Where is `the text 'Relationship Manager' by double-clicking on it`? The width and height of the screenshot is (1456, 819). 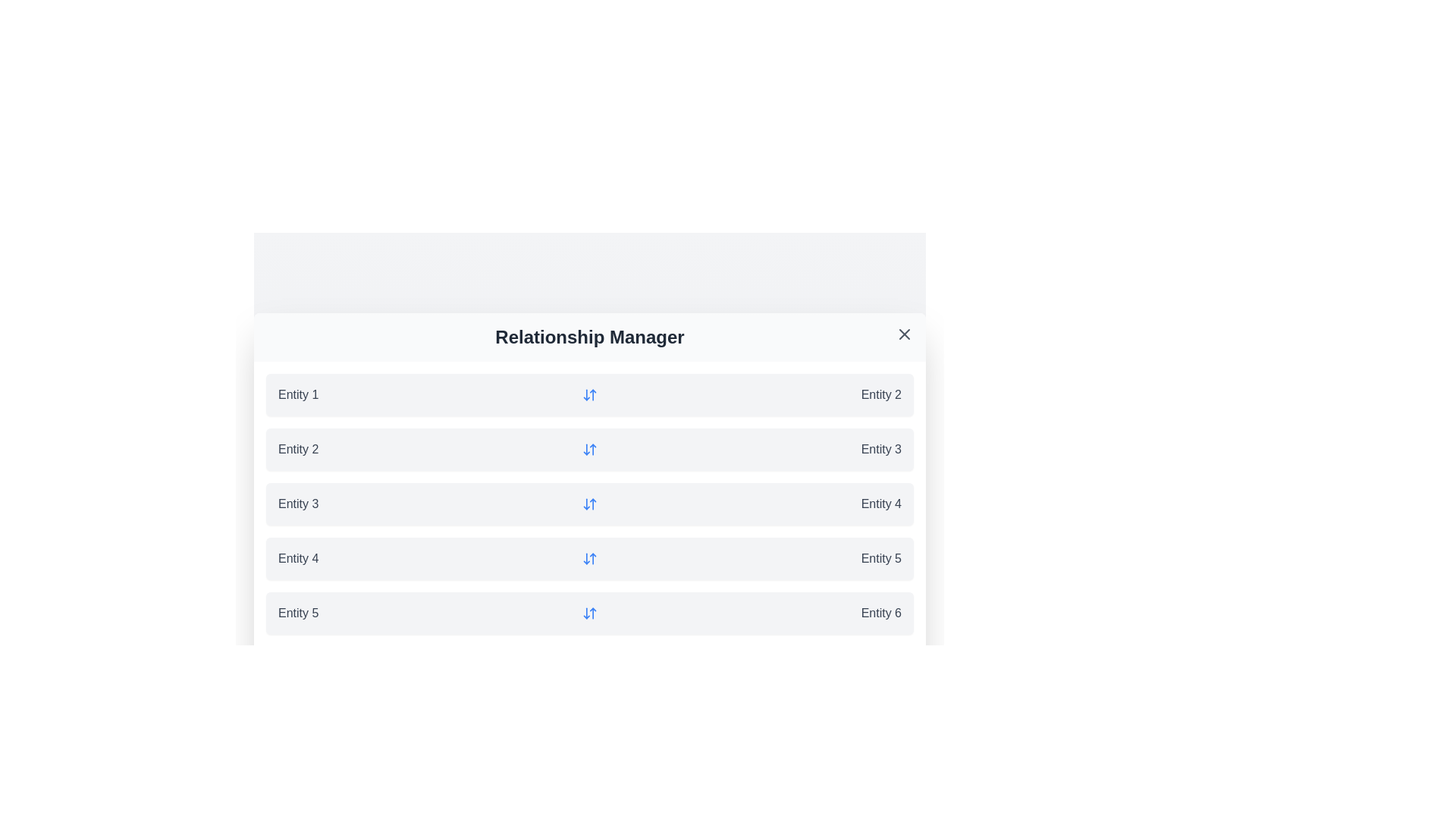 the text 'Relationship Manager' by double-clicking on it is located at coordinates (588, 336).